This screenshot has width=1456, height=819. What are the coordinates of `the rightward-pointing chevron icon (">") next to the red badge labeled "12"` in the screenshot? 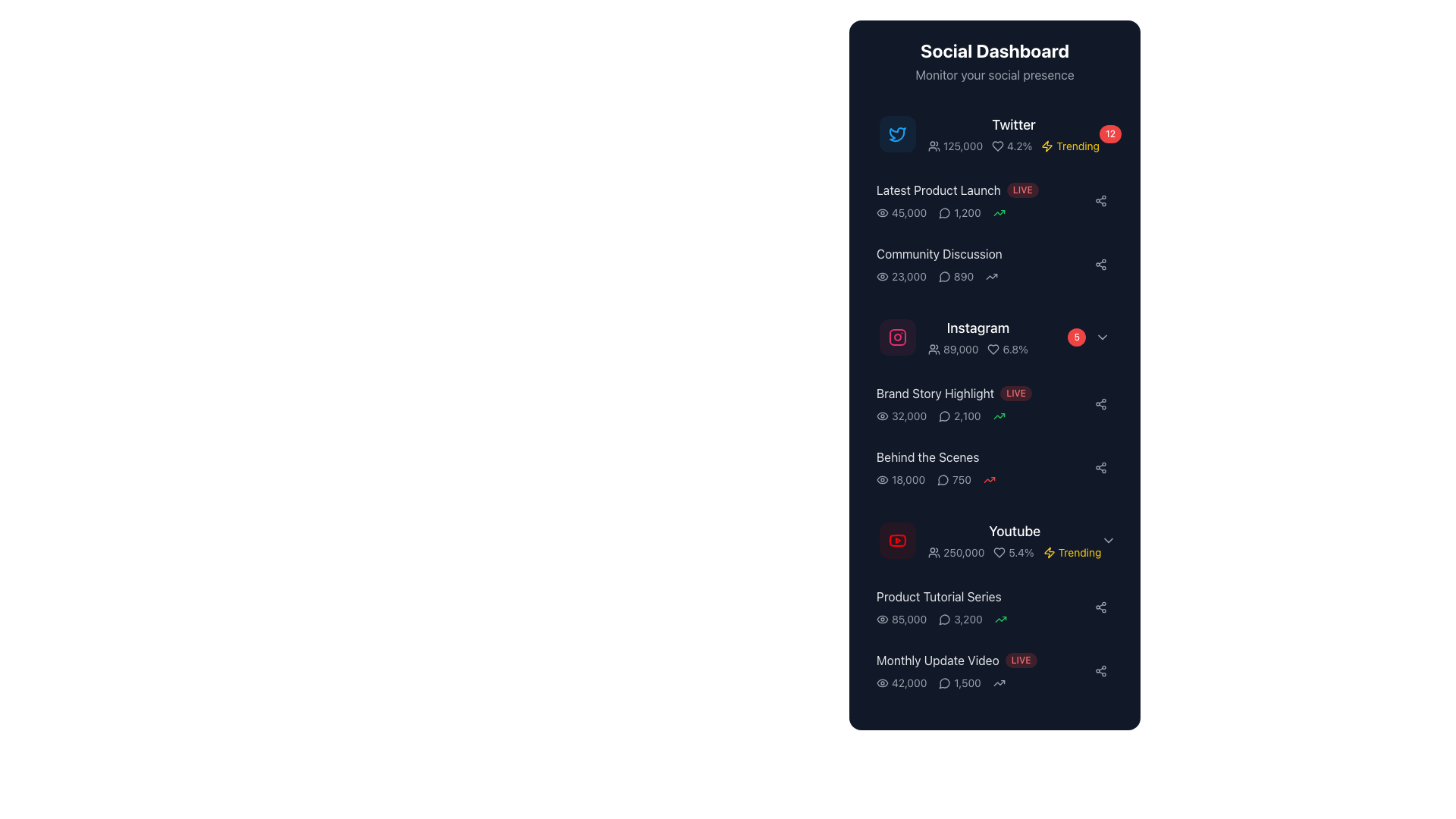 It's located at (1138, 133).